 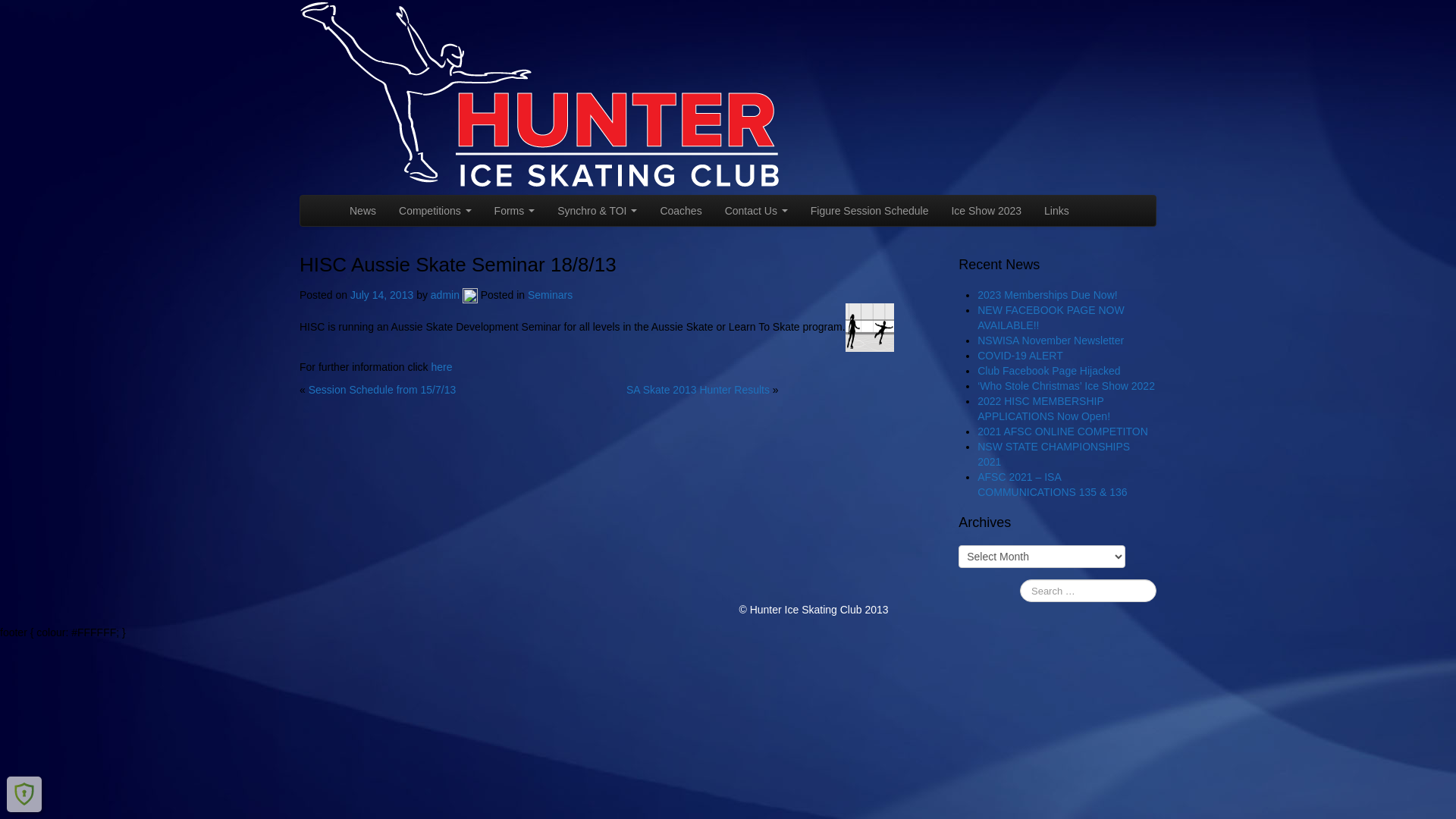 What do you see at coordinates (383, 295) in the screenshot?
I see `'July 14, 2013'` at bounding box center [383, 295].